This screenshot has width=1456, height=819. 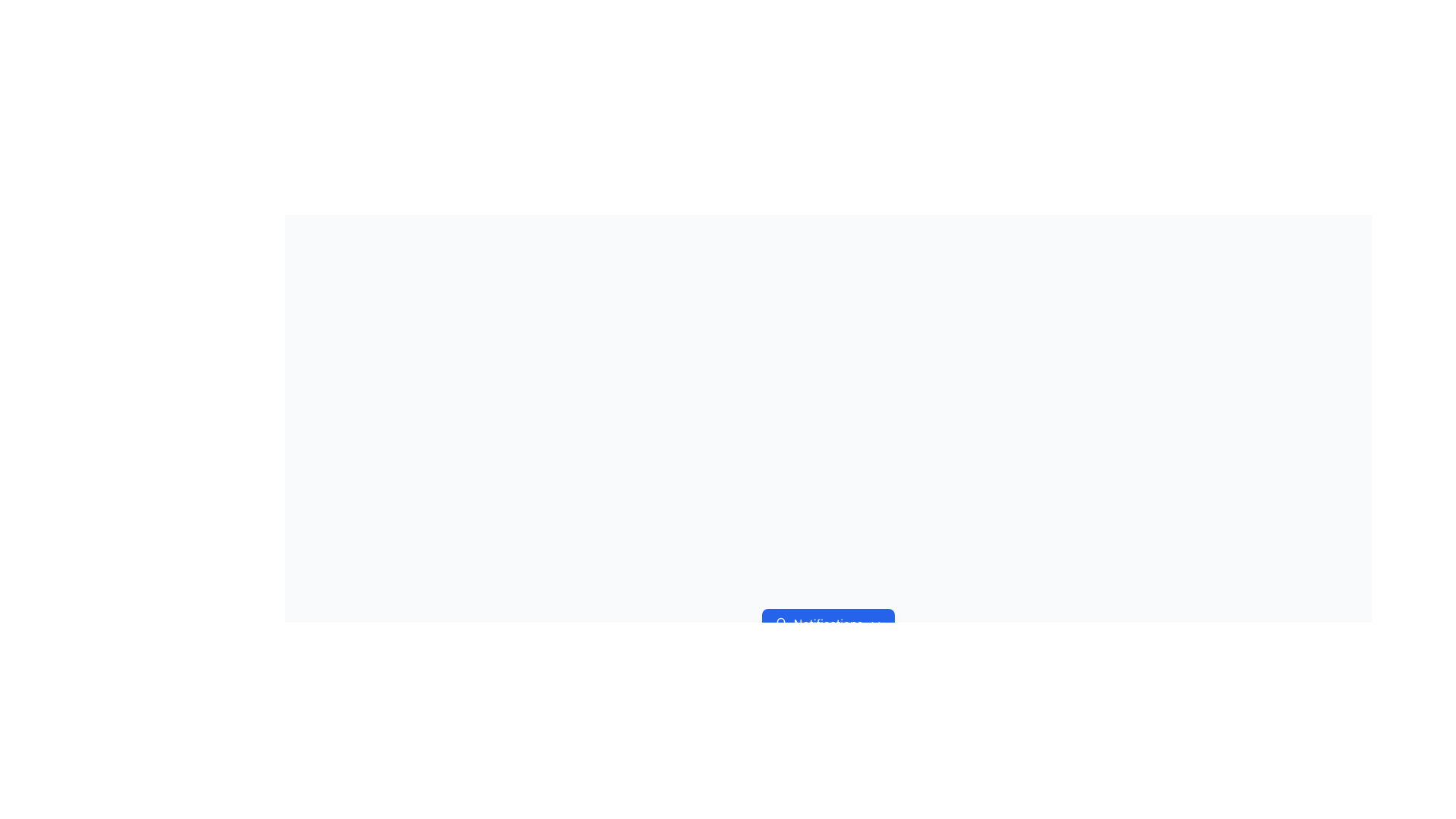 I want to click on the collapsible/expandable icon located on the far right side of the 'Notifications' button to initiate the hover effect, so click(x=876, y=623).